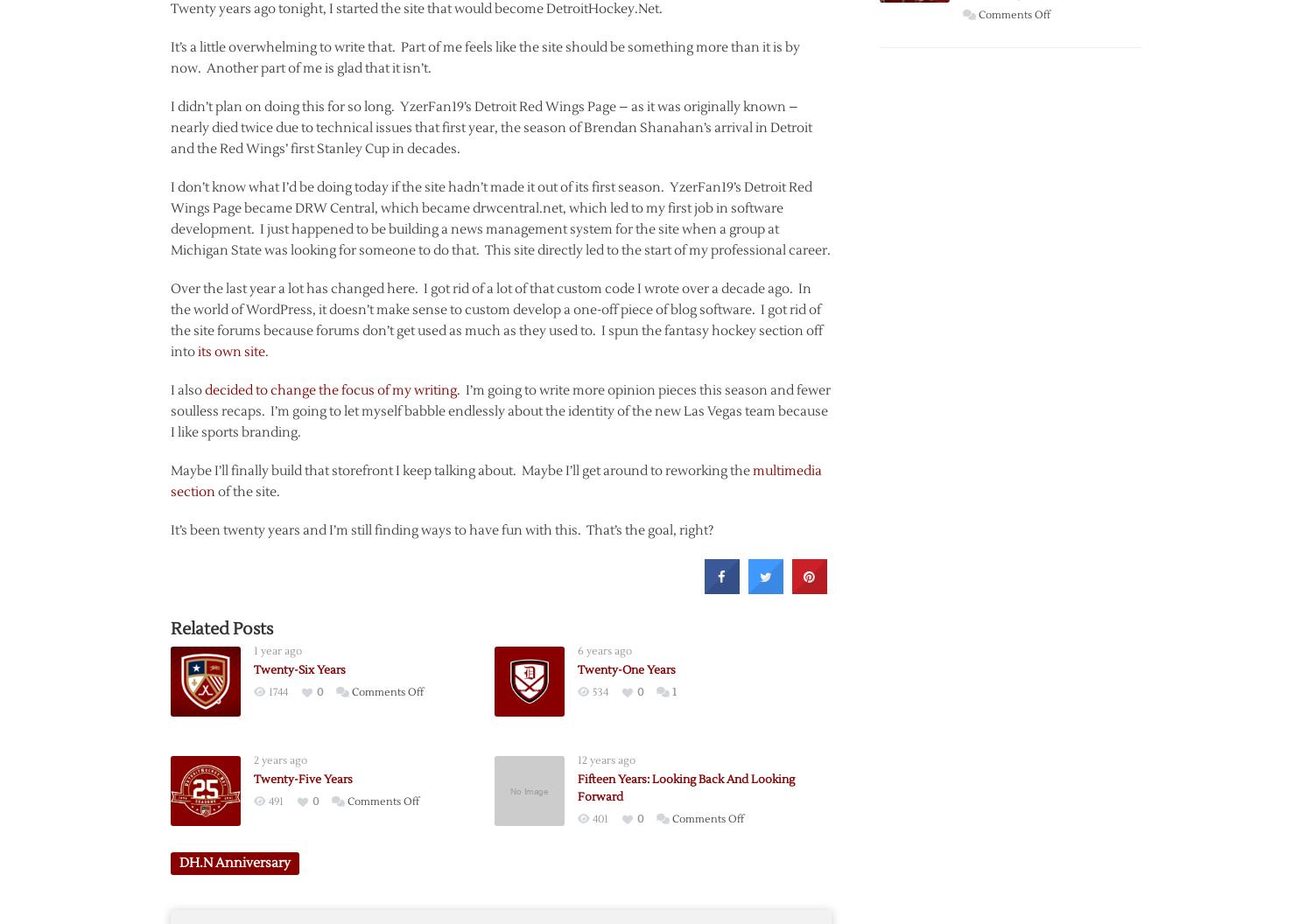 The height and width of the screenshot is (924, 1313). I want to click on 'DH.N Anniversary', so click(235, 862).